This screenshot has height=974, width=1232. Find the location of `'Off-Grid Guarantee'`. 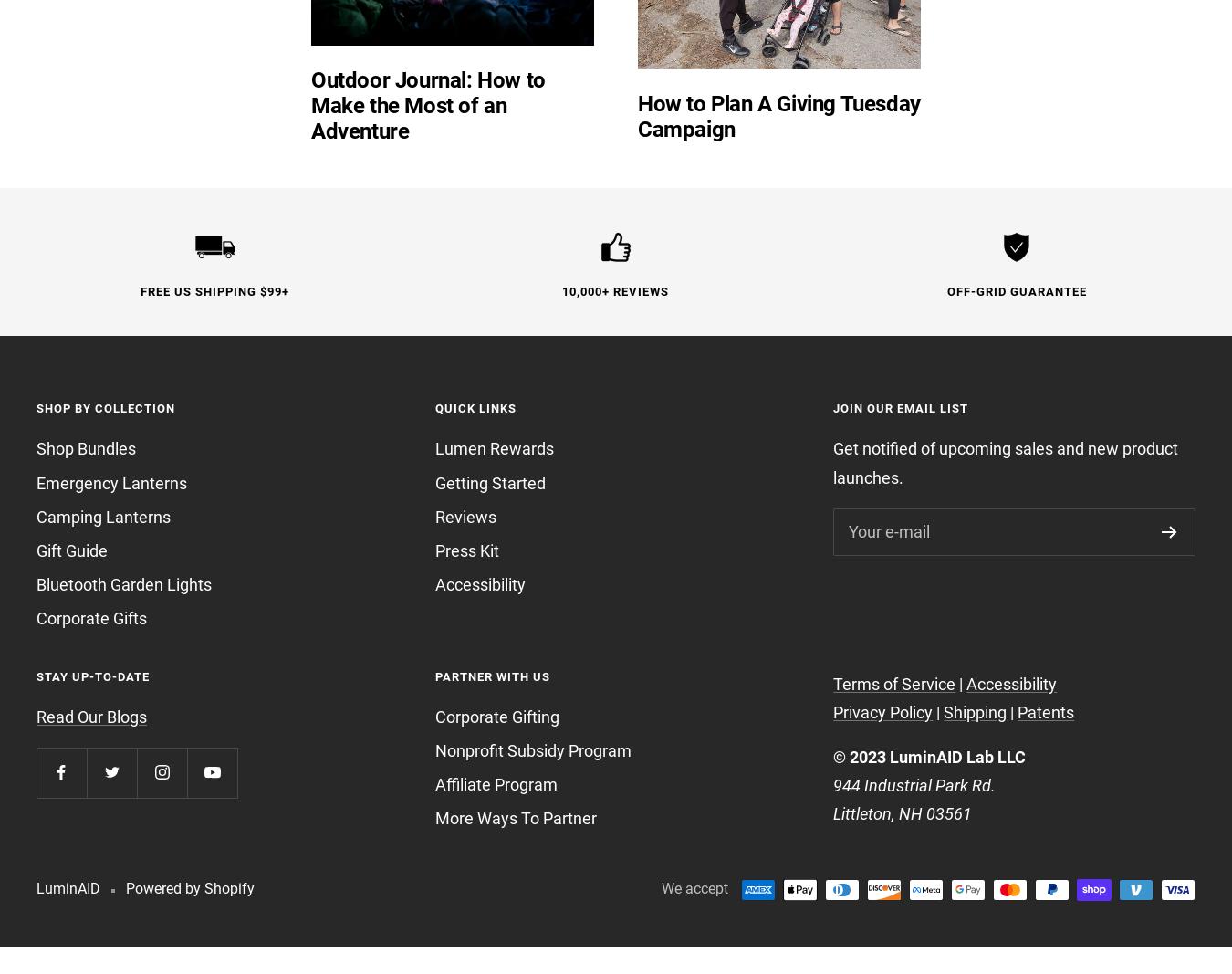

'Off-Grid Guarantee' is located at coordinates (1016, 291).